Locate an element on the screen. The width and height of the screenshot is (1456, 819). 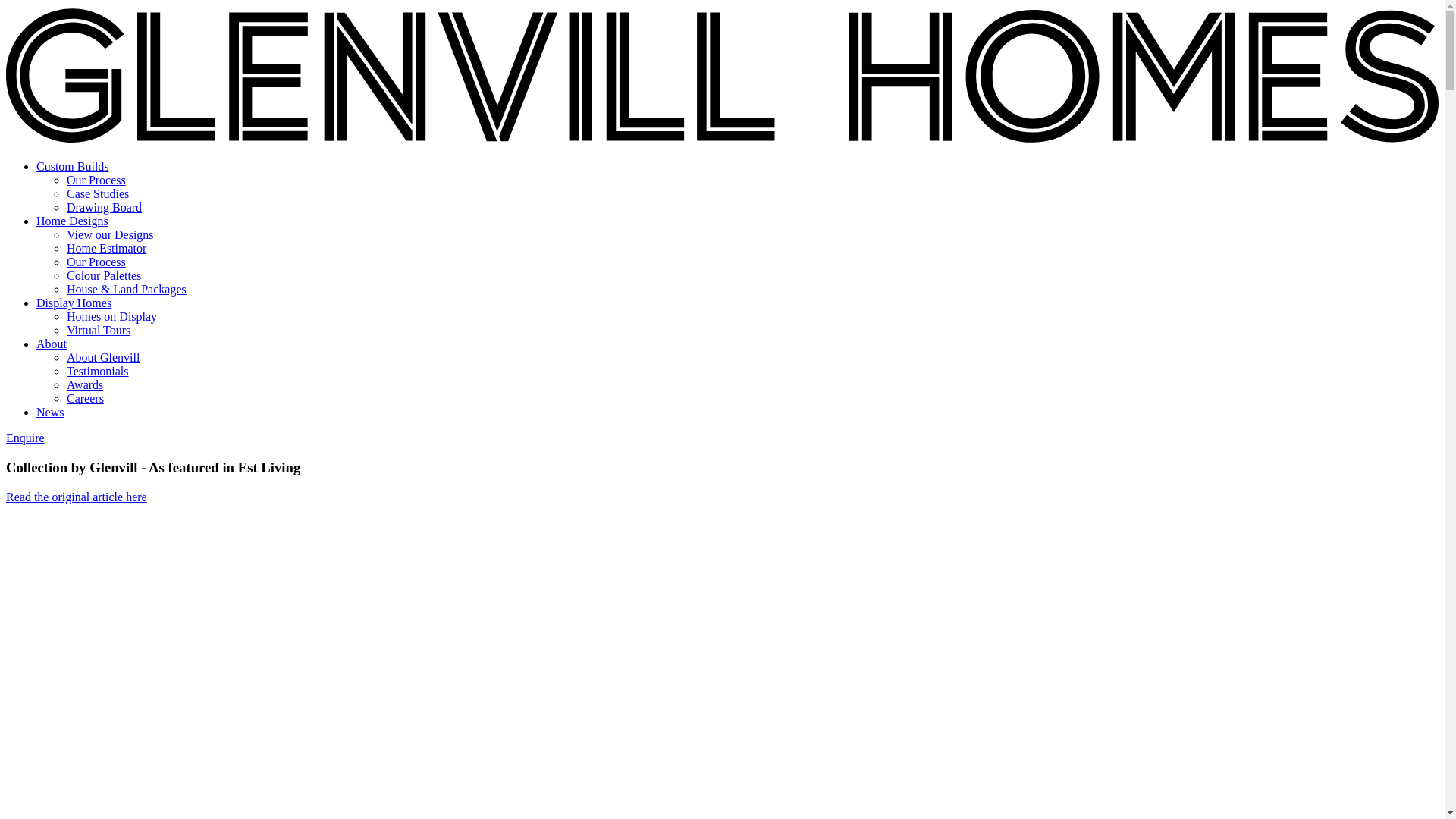
'Careers' is located at coordinates (84, 397).